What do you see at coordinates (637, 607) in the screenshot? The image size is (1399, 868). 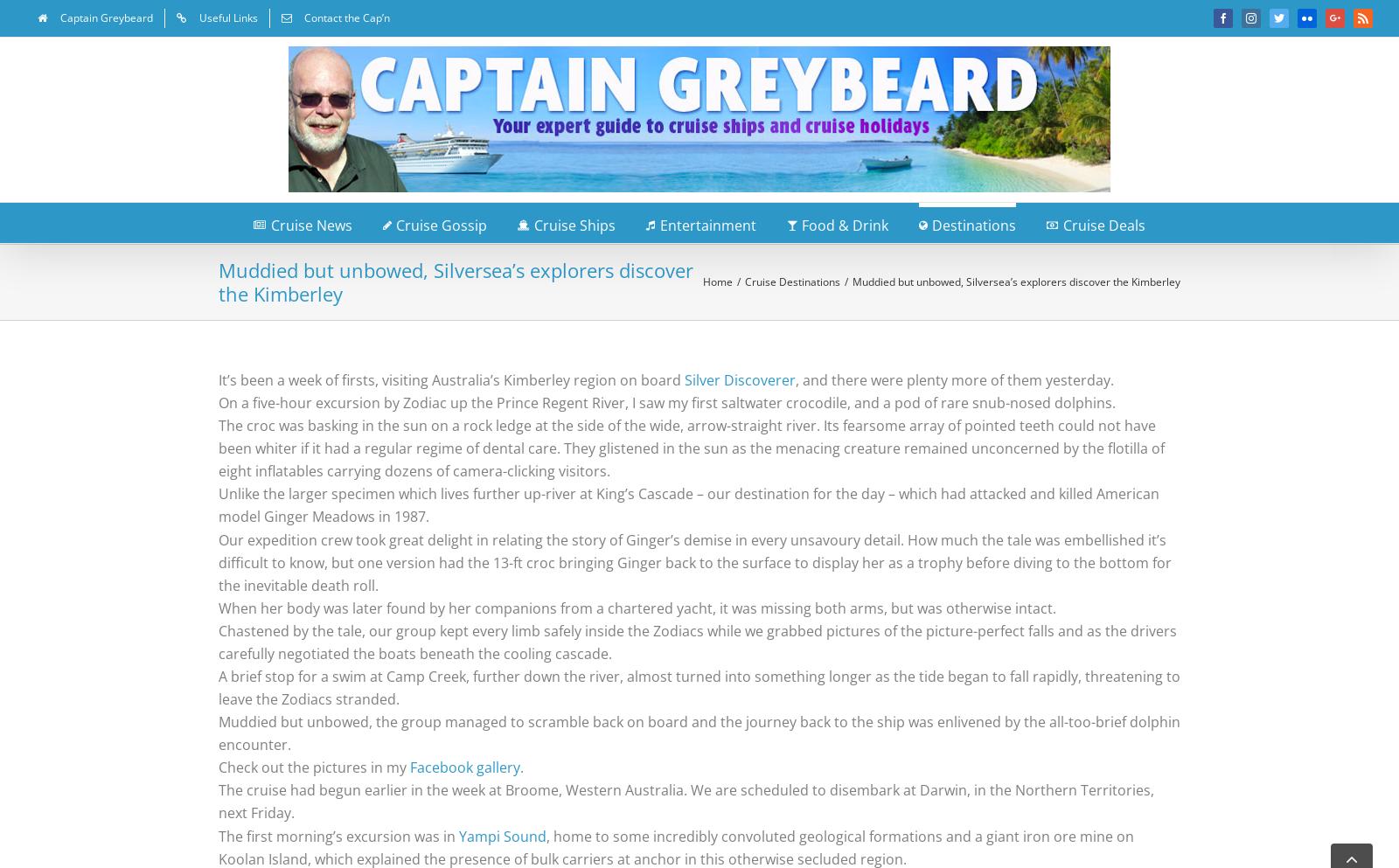 I see `'When her body was later found by her companions from a chartered yacht, it was missing both arms, but was otherwise intact.'` at bounding box center [637, 607].